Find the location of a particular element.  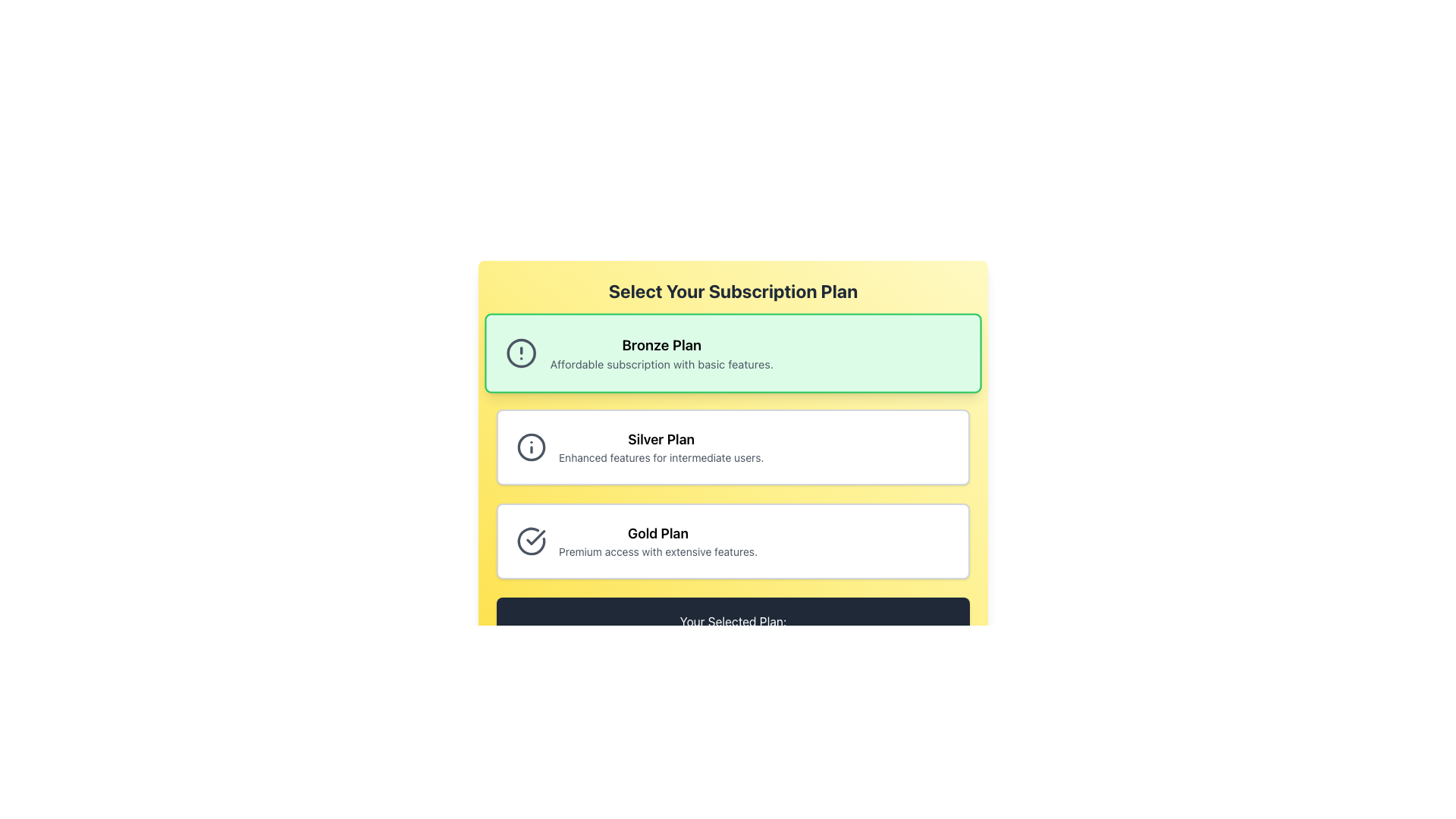

the 'Silver Plan' text element, which displays bold text for the plan name and smaller gray text for features, located in the middle section of the selectable plans is located at coordinates (661, 447).